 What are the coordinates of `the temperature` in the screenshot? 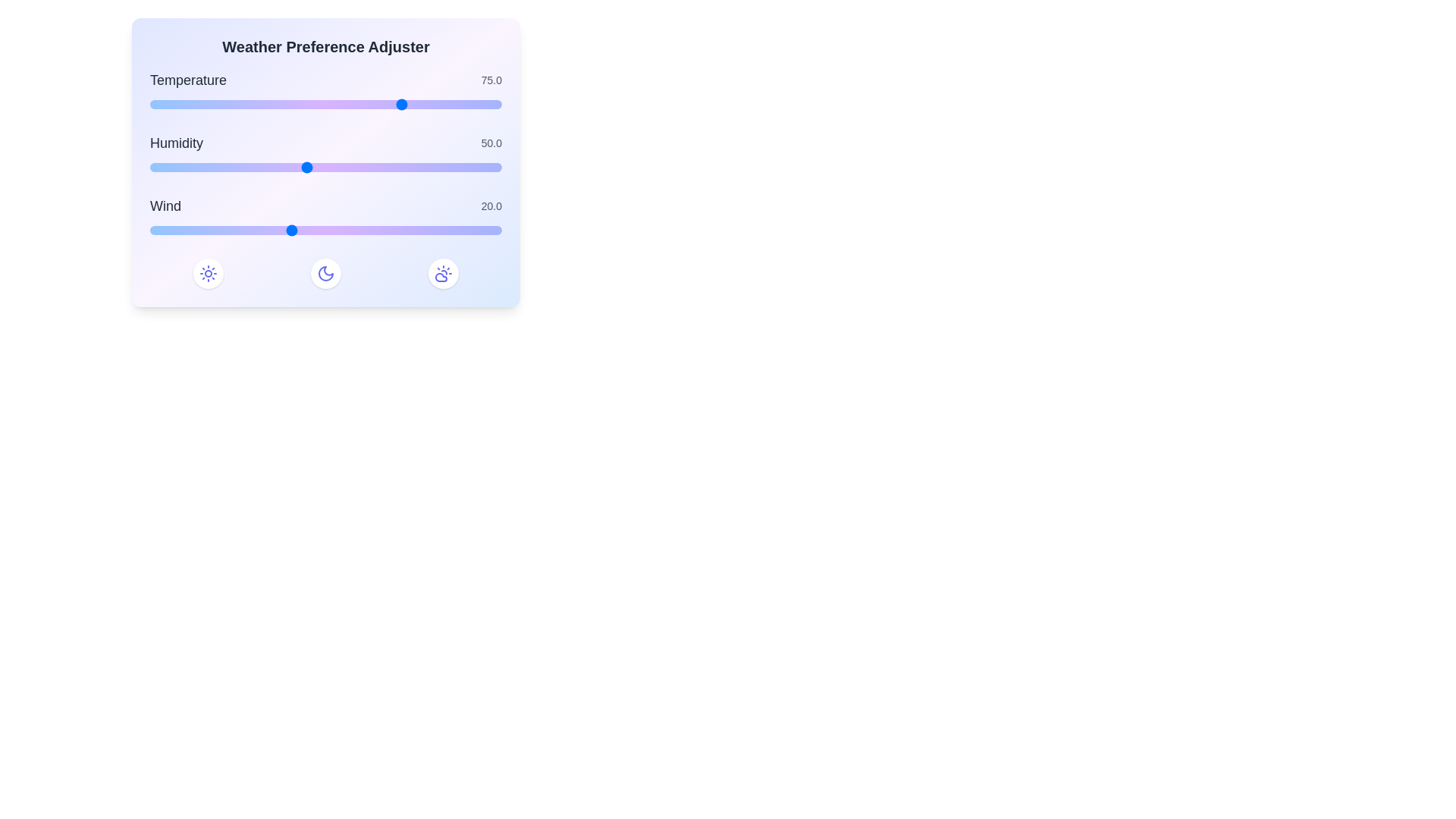 It's located at (388, 104).